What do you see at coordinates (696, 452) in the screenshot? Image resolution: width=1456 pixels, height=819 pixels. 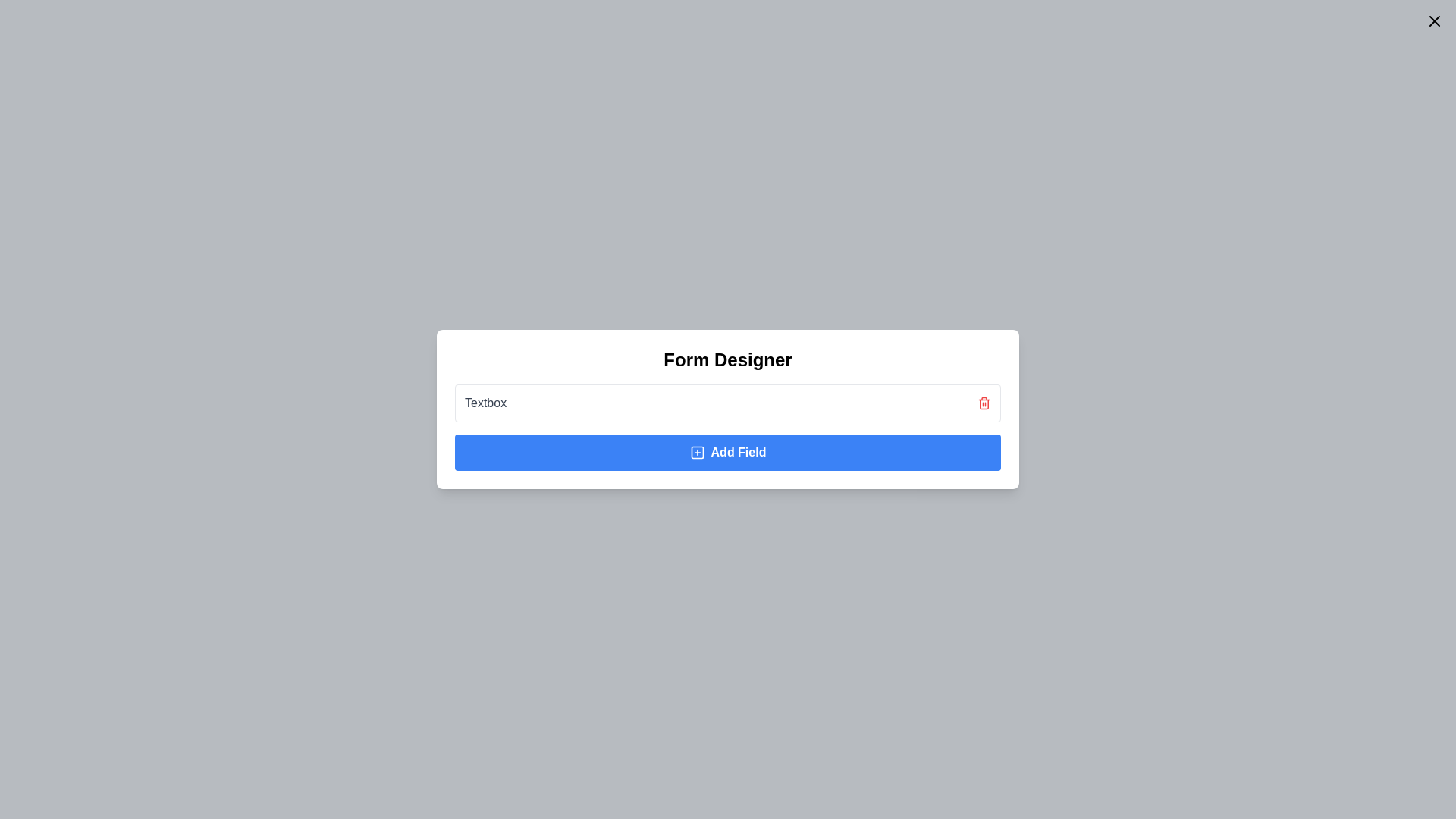 I see `the button labeled 'Add Field' which contains a small blue outlined SVG icon resembling a square with a plus sign inside, positioned to the left of the text` at bounding box center [696, 452].